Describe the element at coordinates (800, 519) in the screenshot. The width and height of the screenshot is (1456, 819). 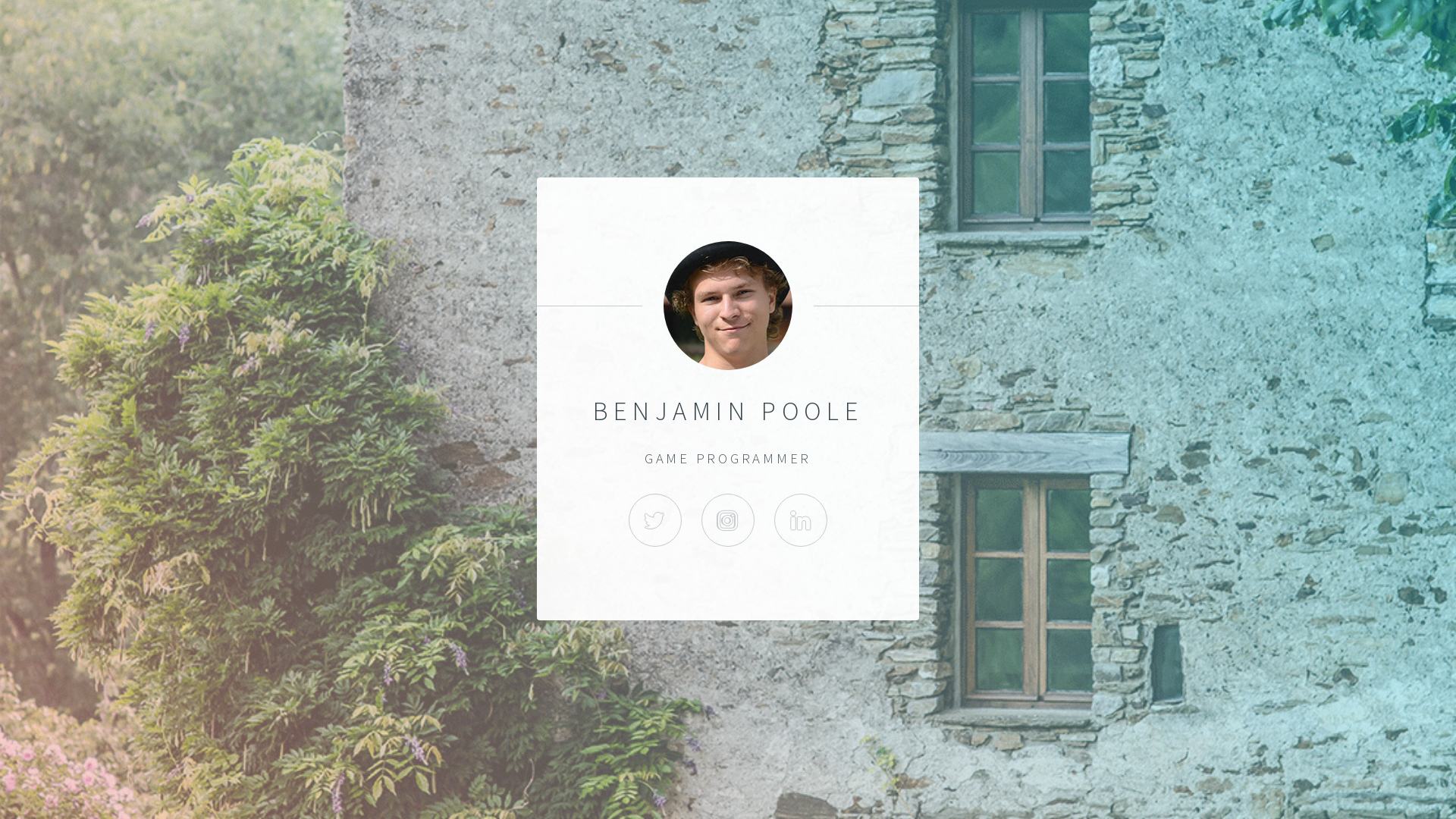
I see `'LINKED-IN'` at that location.